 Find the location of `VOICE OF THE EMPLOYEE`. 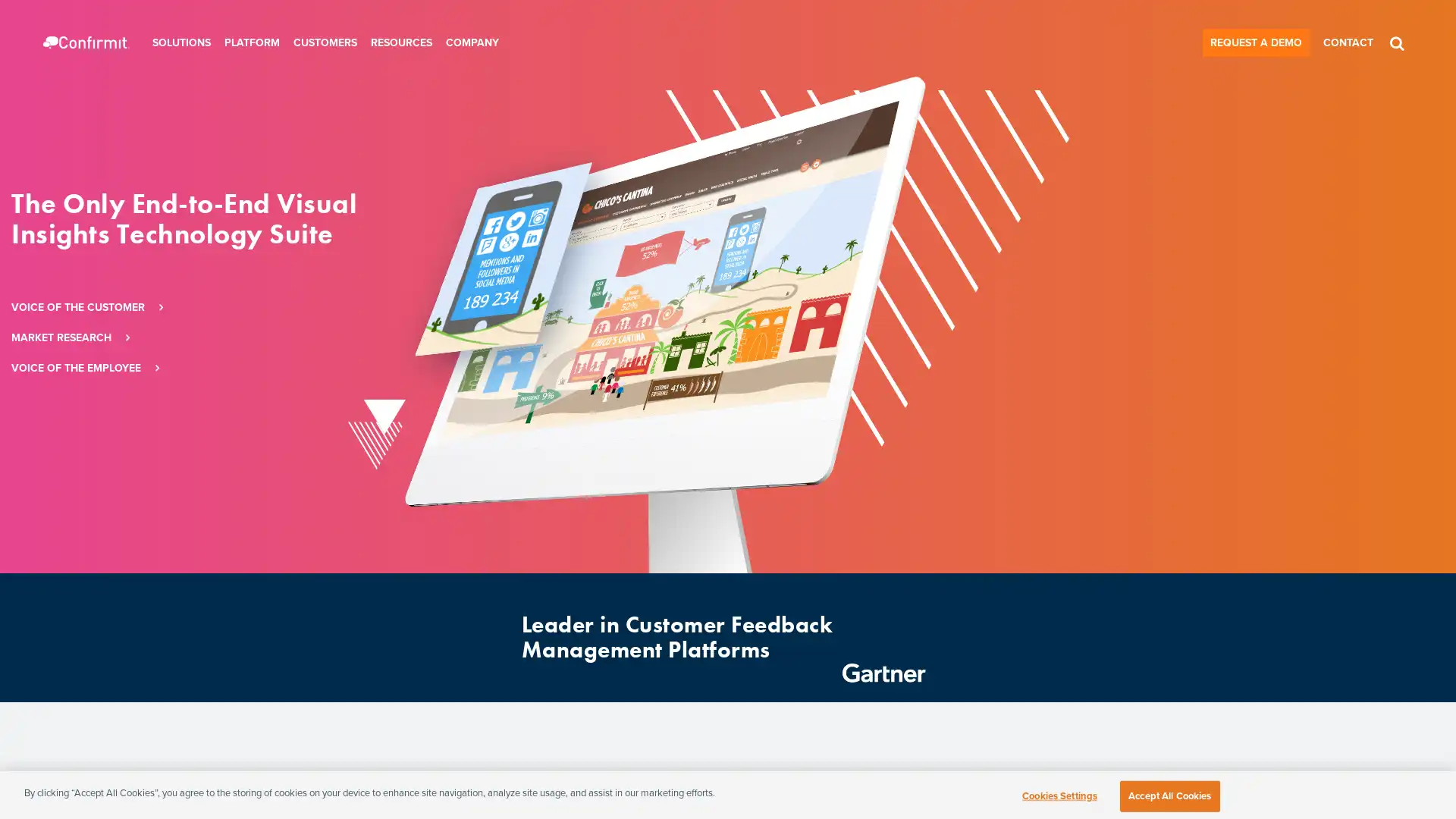

VOICE OF THE EMPLOYEE is located at coordinates (371, 369).